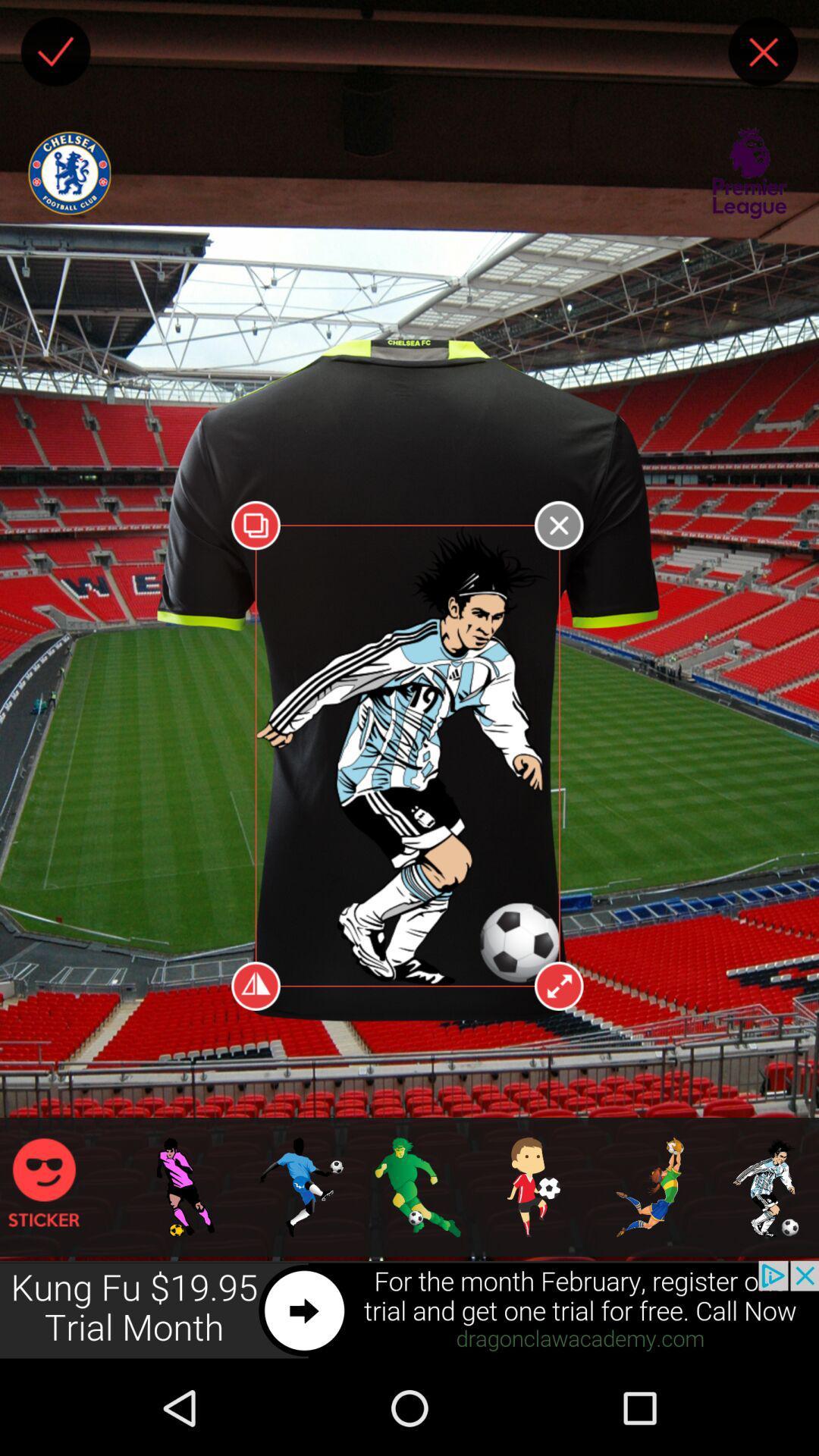  I want to click on the close icon, so click(763, 55).